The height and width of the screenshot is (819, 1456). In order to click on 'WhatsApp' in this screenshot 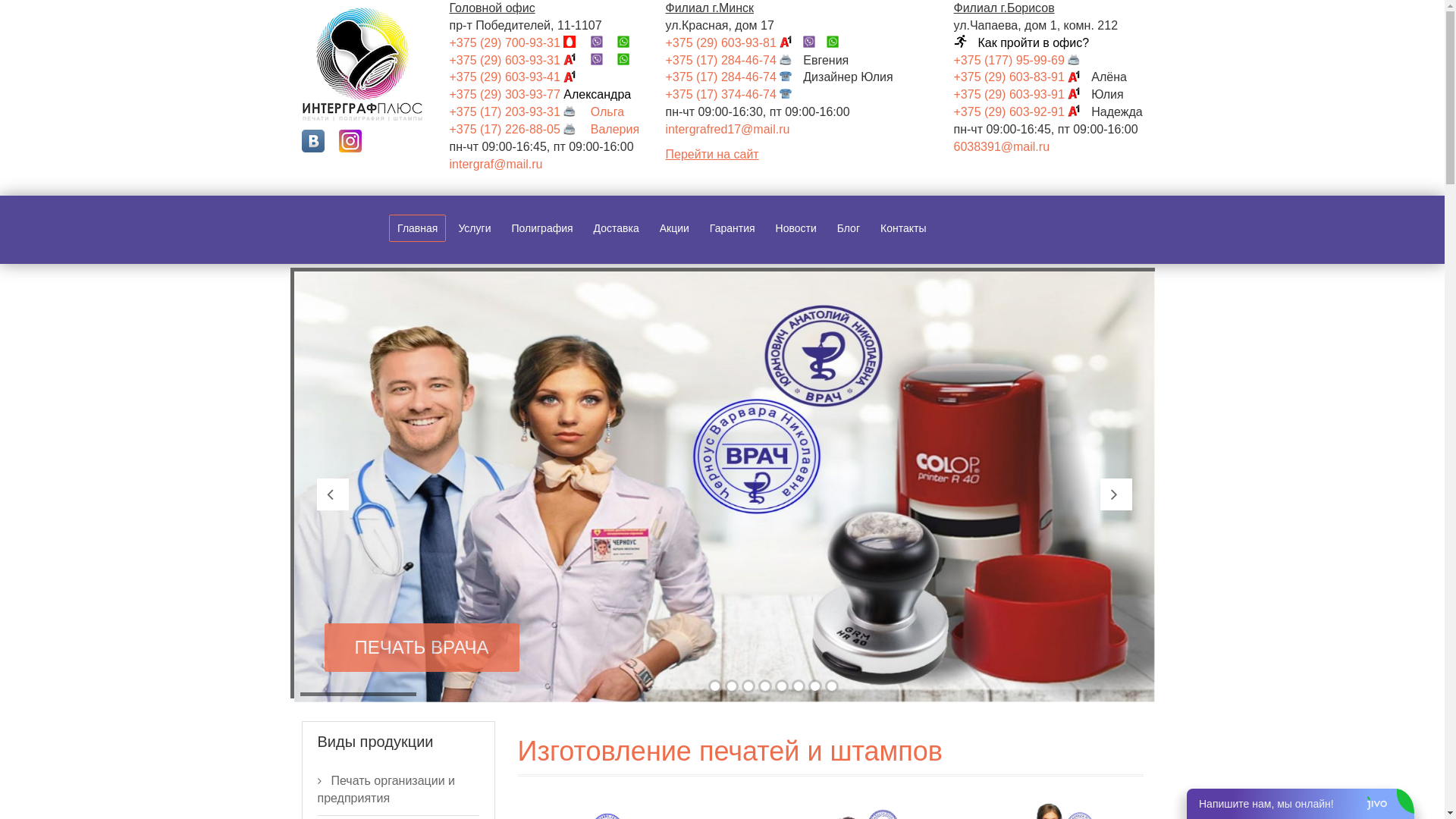, I will do `click(629, 59)`.